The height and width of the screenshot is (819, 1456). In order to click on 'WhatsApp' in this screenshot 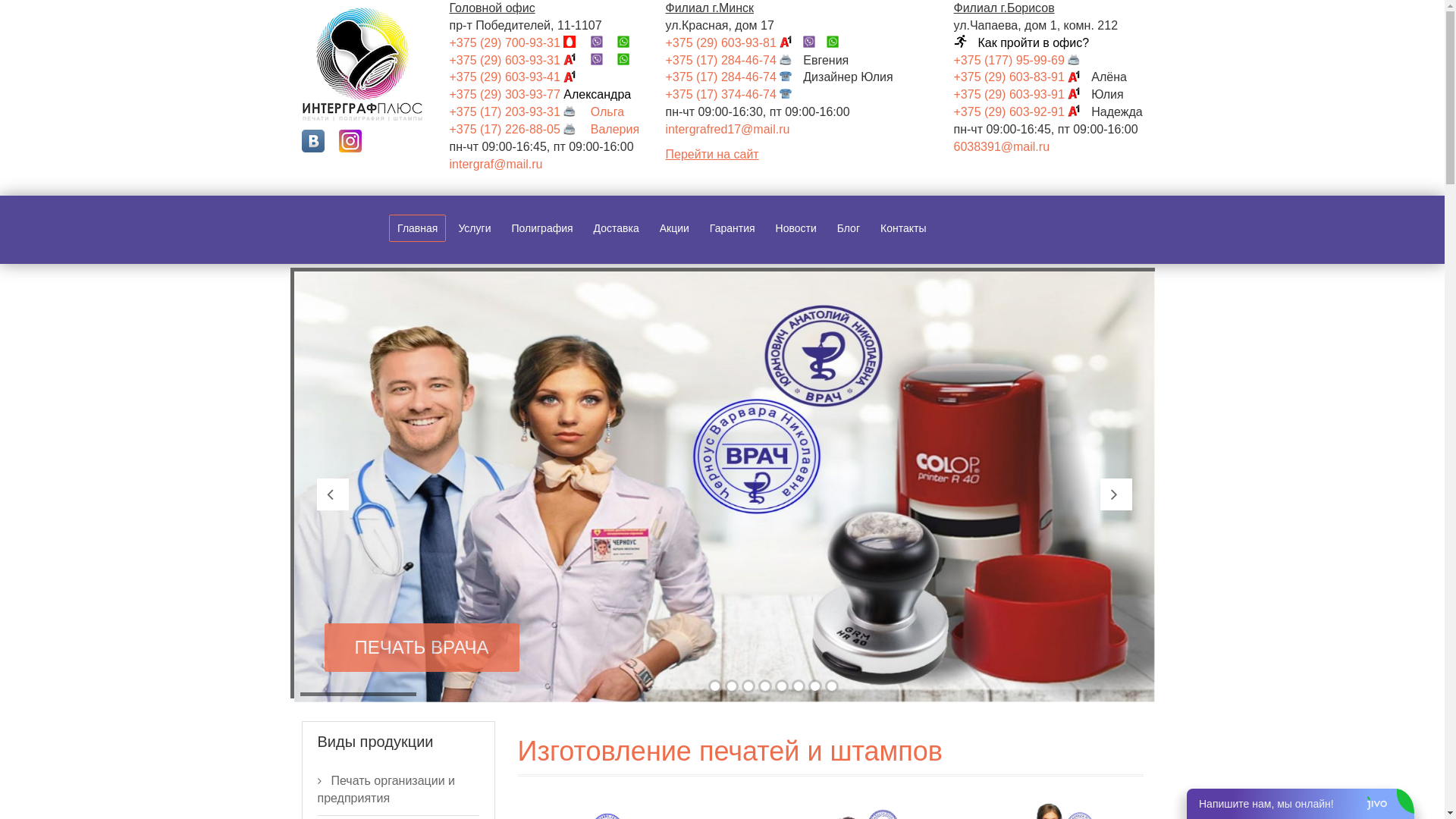, I will do `click(629, 59)`.